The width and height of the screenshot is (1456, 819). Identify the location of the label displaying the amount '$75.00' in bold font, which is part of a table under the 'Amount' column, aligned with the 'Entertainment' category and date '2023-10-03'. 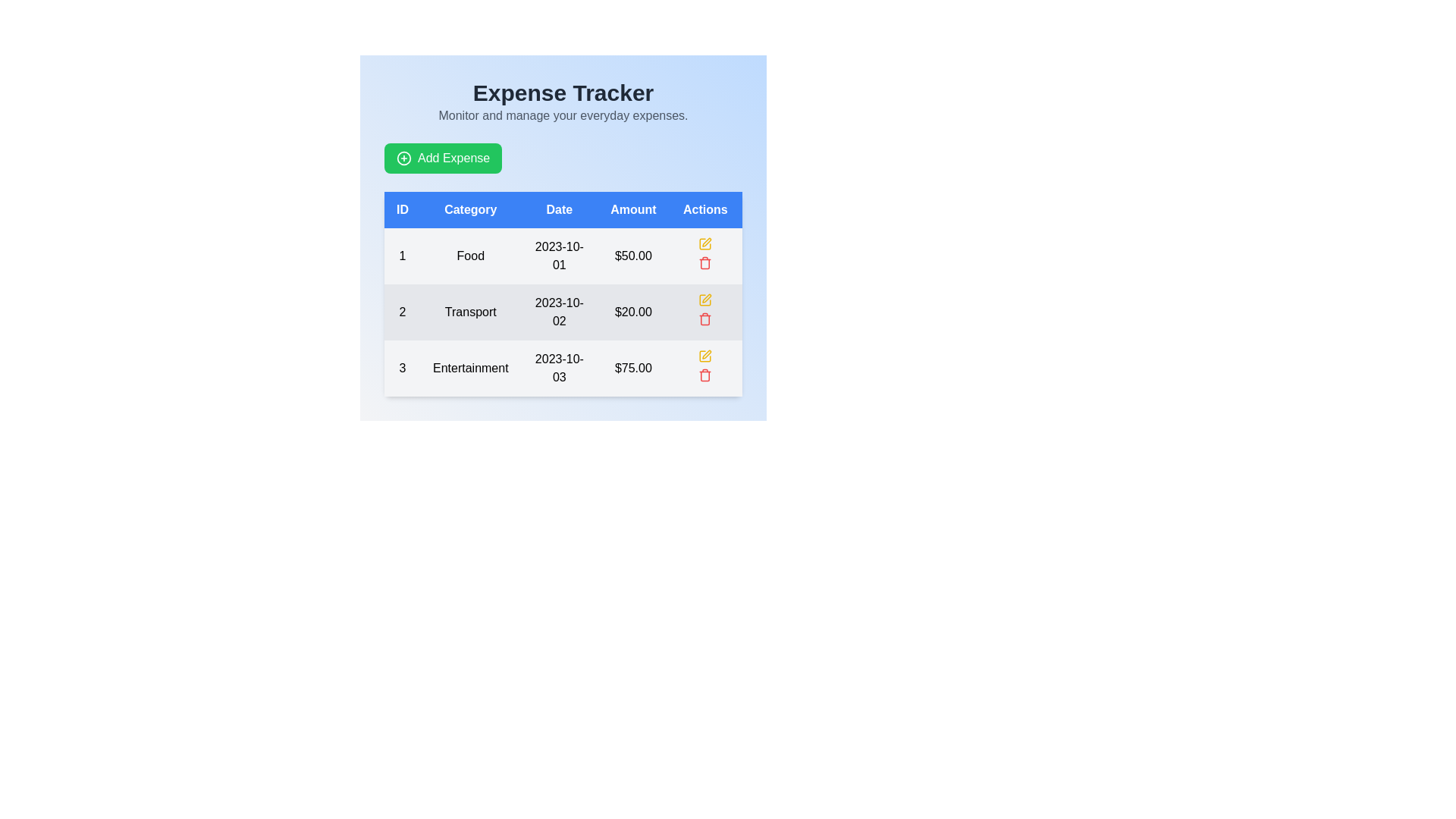
(633, 369).